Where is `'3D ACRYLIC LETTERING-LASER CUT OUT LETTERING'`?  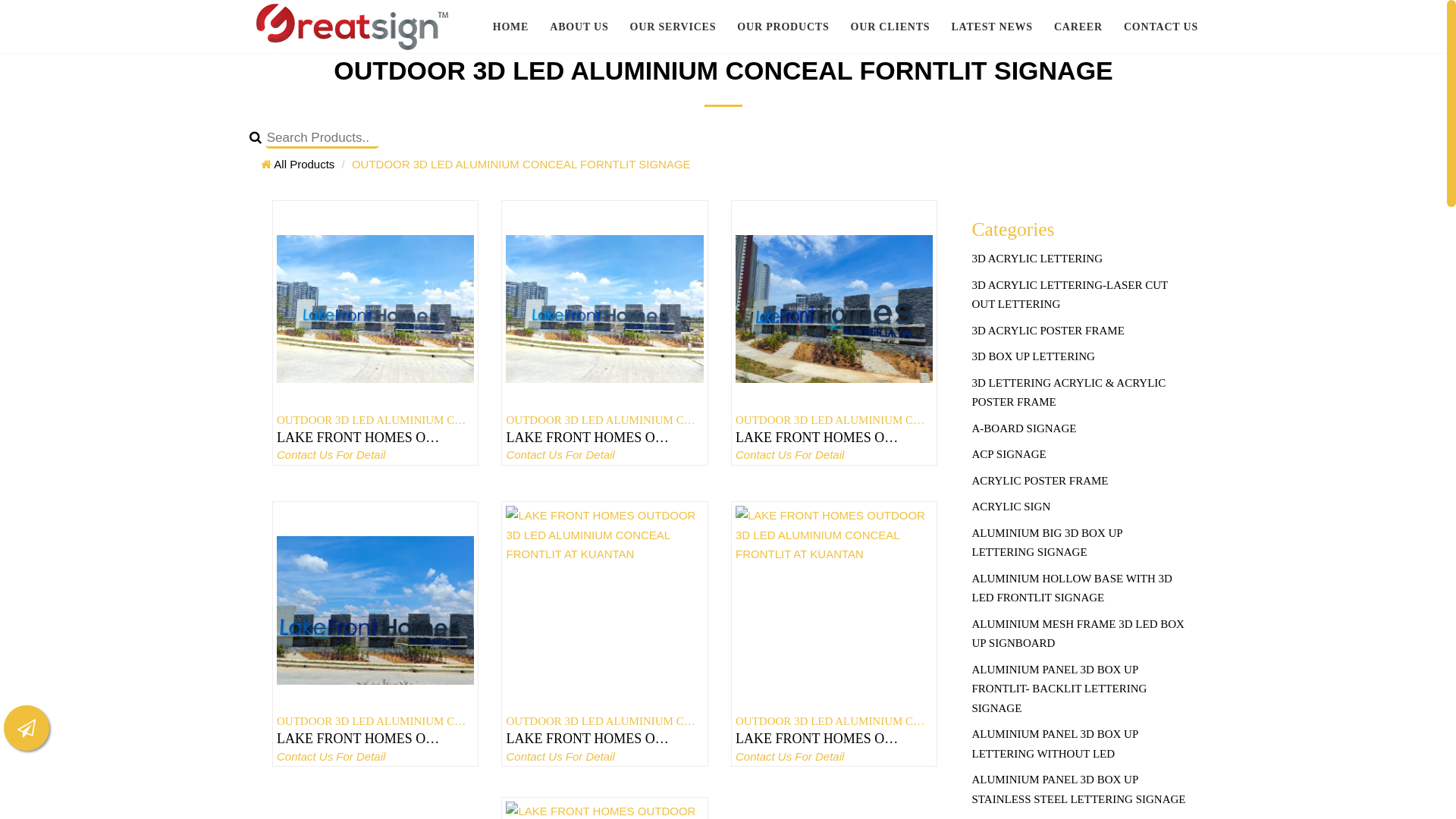 '3D ACRYLIC LETTERING-LASER CUT OUT LETTERING' is located at coordinates (1078, 295).